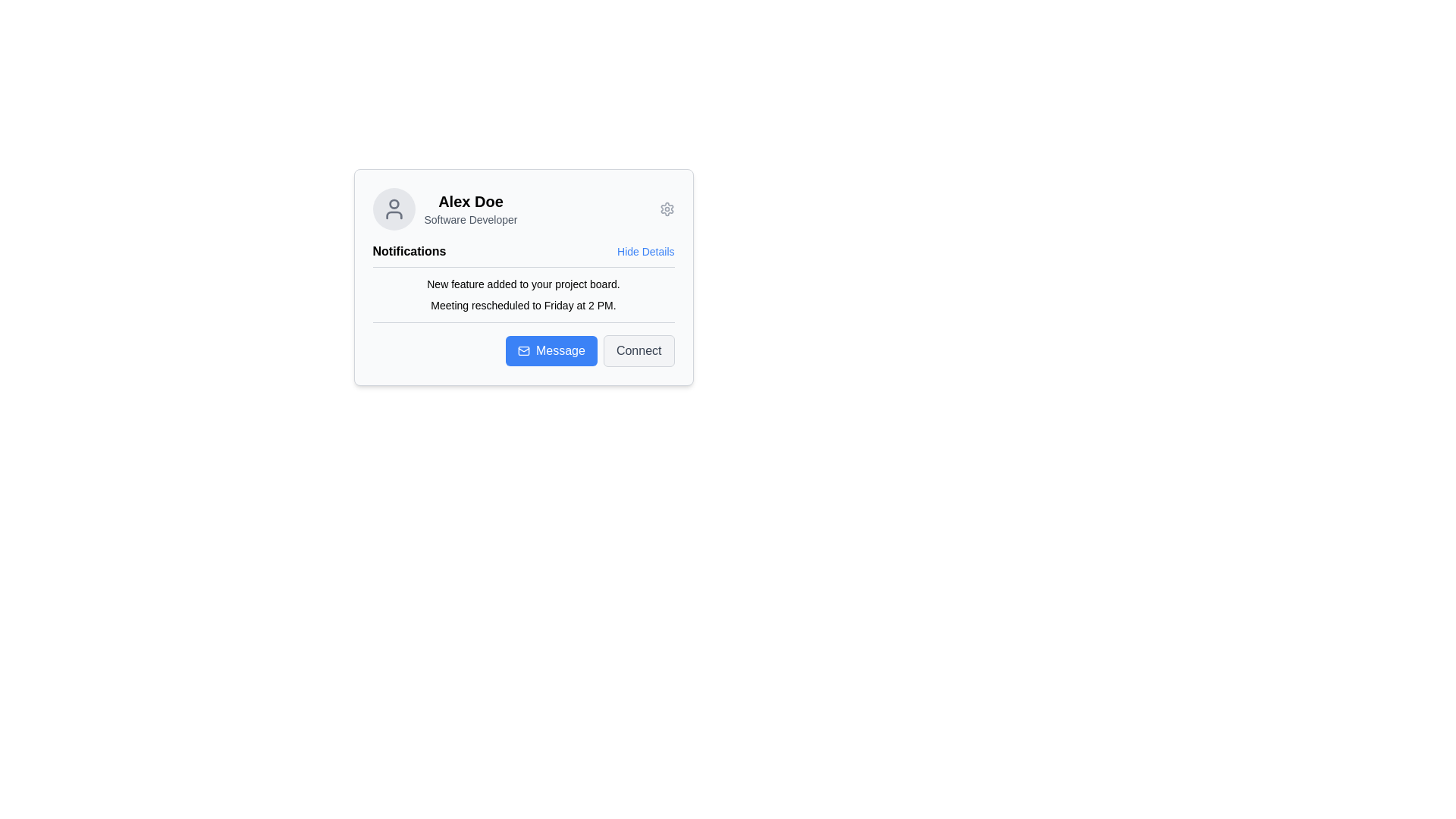 The image size is (1456, 819). Describe the element at coordinates (667, 209) in the screenshot. I see `the settings icon button located at the top-right corner of the card displaying 'Alex Doe - Software Developer'` at that location.